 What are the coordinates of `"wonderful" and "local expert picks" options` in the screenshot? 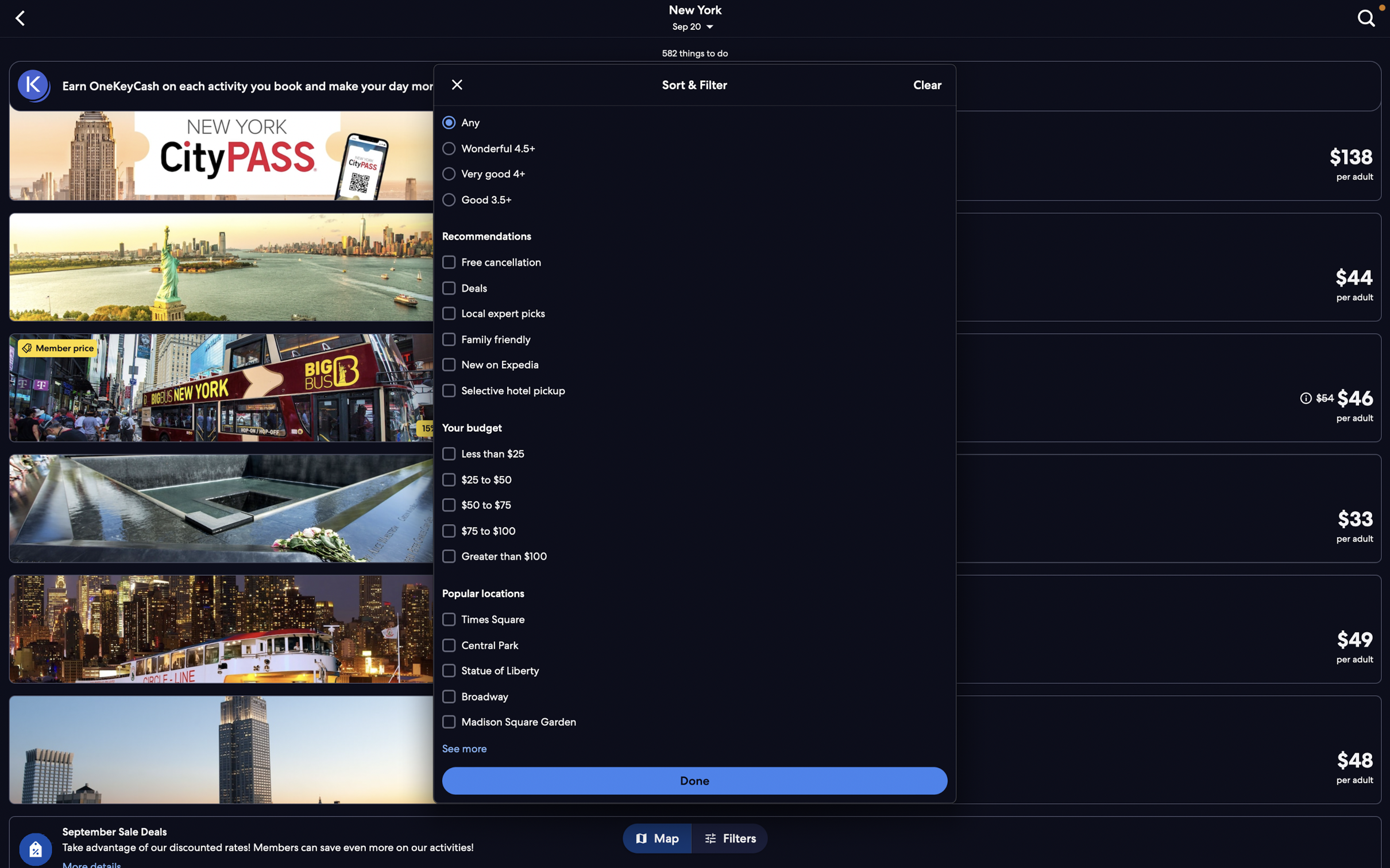 It's located at (692, 148).